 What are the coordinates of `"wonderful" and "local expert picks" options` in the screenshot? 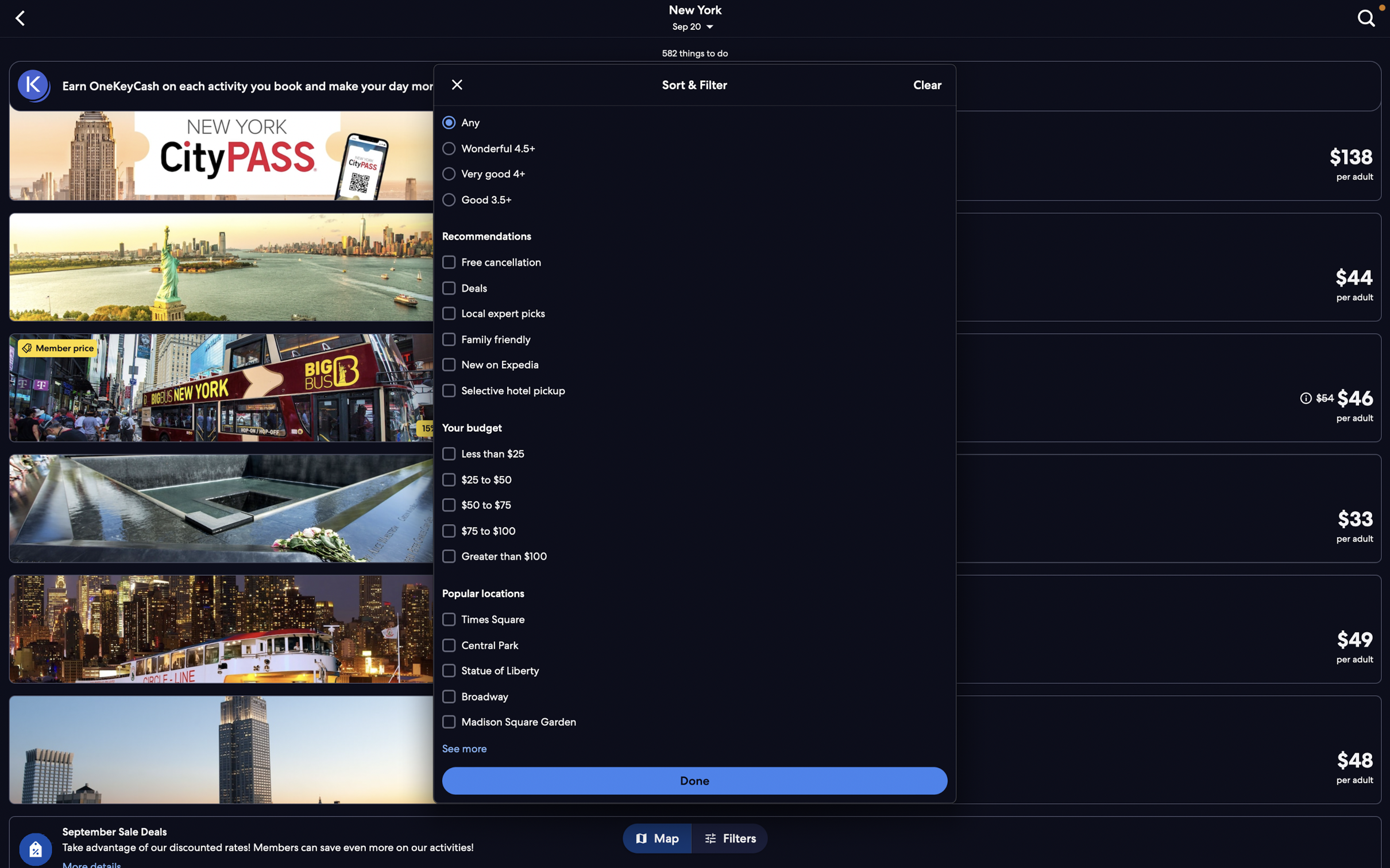 It's located at (692, 148).